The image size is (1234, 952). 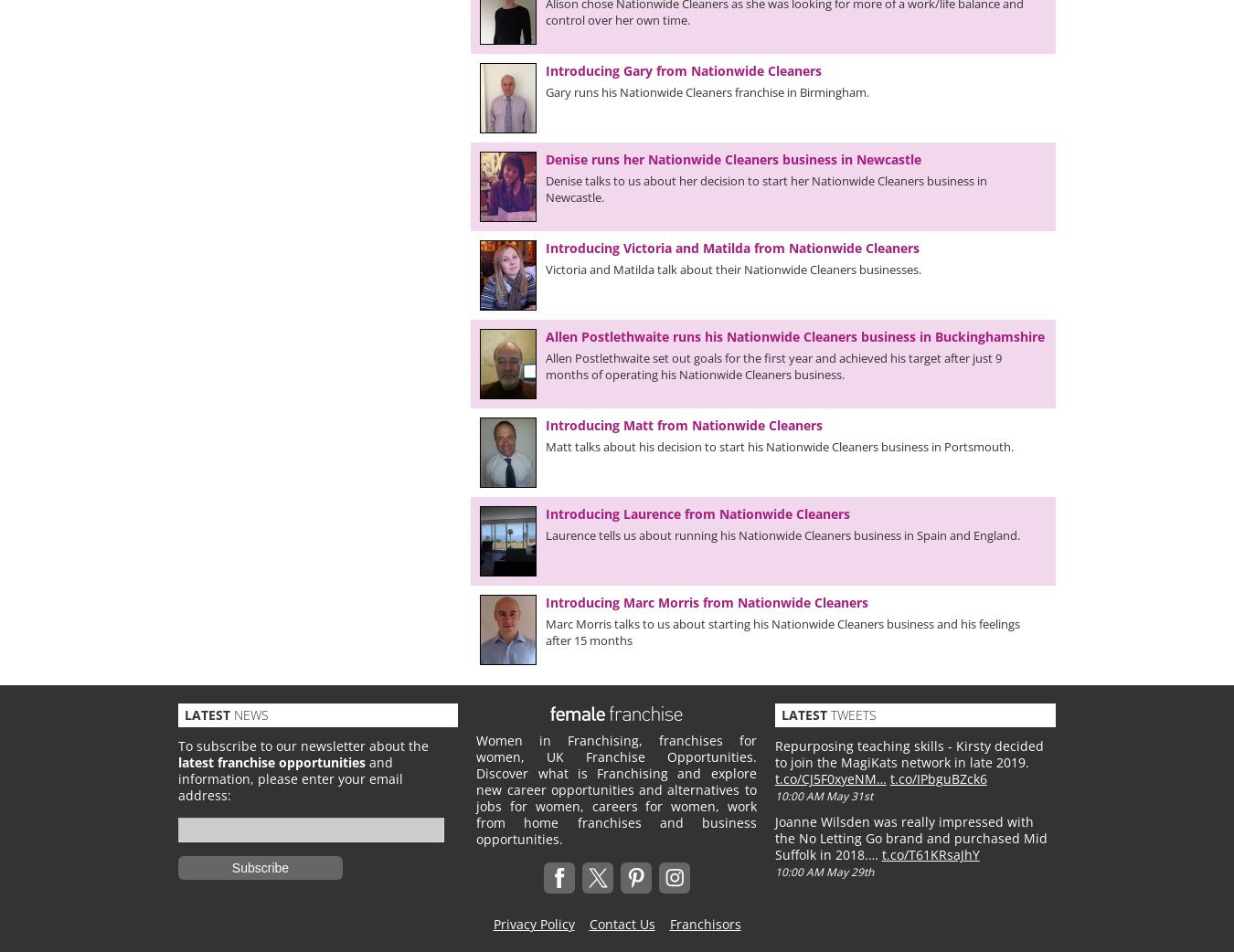 What do you see at coordinates (849, 714) in the screenshot?
I see `'Tweets'` at bounding box center [849, 714].